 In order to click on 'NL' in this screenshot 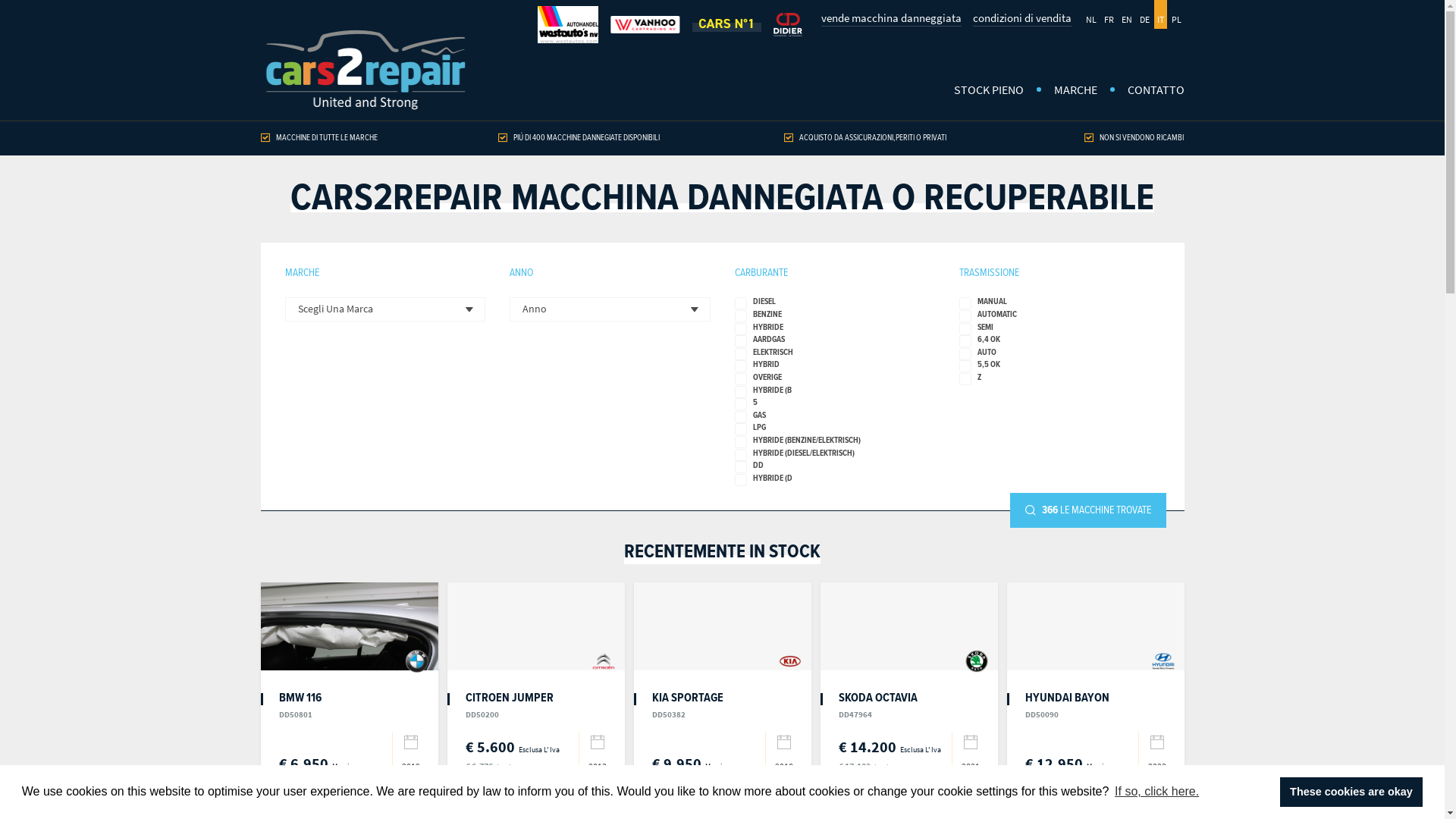, I will do `click(1090, 14)`.